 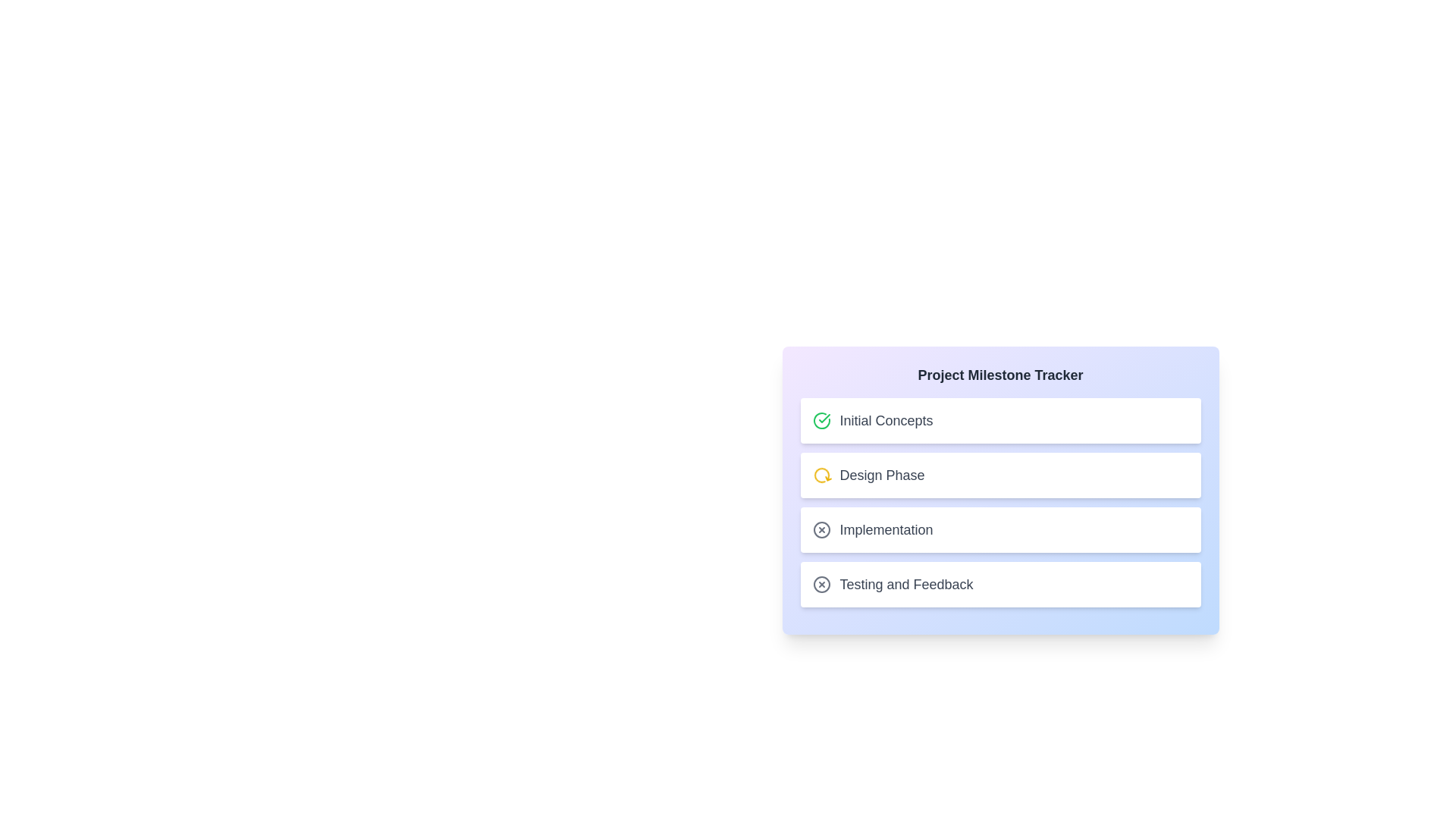 What do you see at coordinates (886, 529) in the screenshot?
I see `the 'Implementation' Text Label element in the milestone tracker for accessibility tools` at bounding box center [886, 529].